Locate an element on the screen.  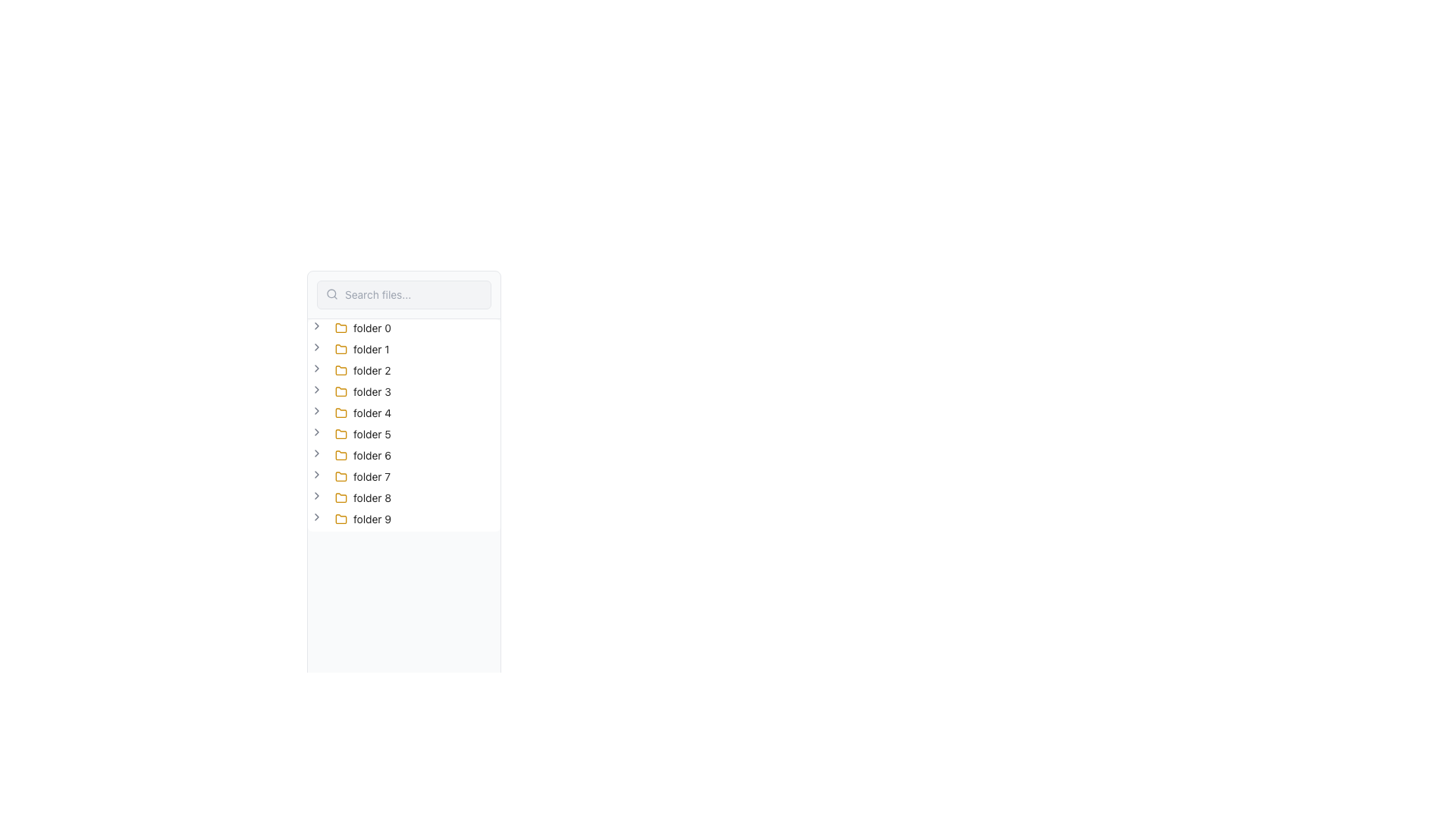
the toggle button for 'folder 8' is located at coordinates (315, 497).